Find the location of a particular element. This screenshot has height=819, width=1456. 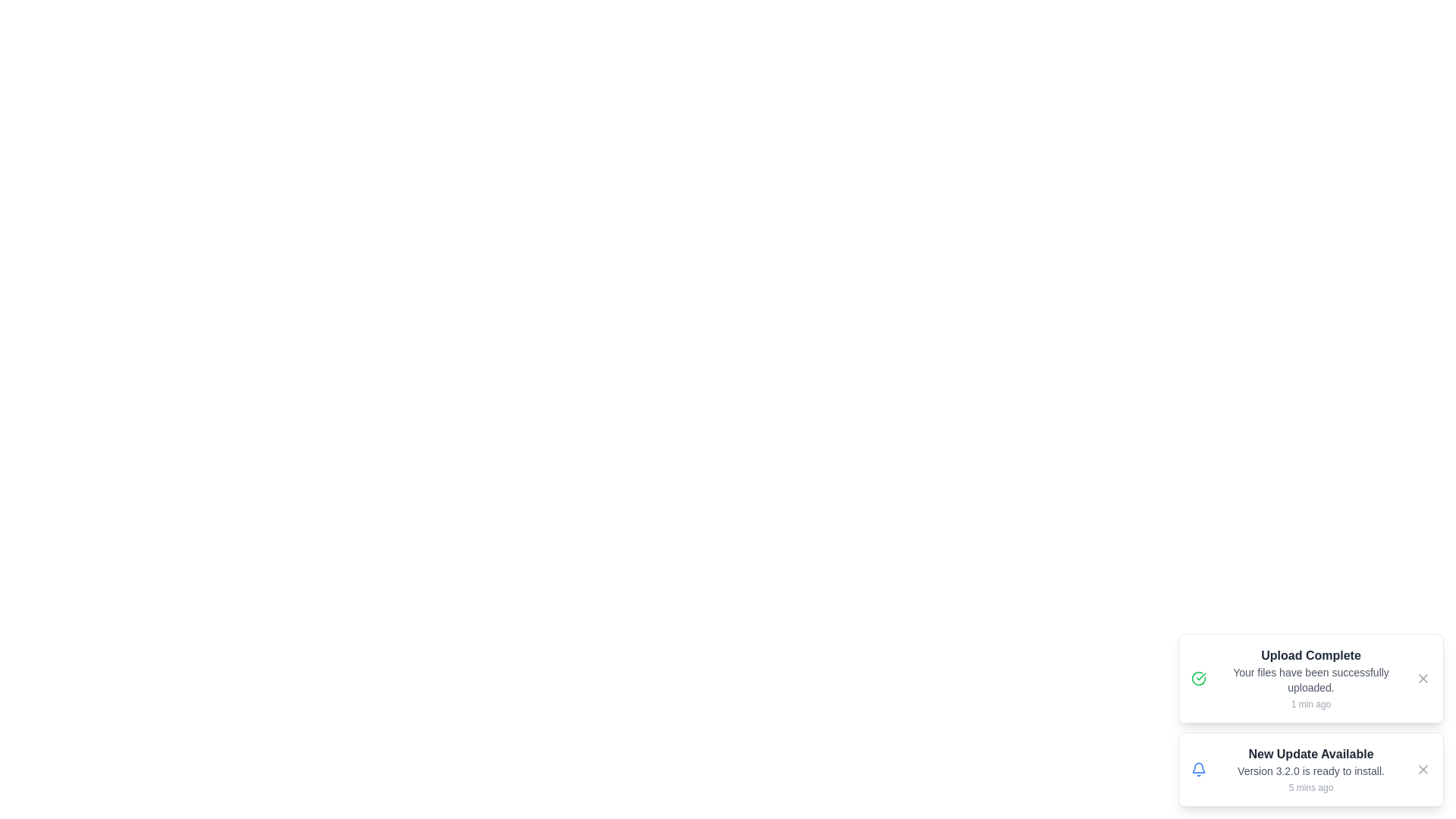

the upload complete icon located at the leftmost side of the notification card indicating a successful upload operation is located at coordinates (1197, 677).